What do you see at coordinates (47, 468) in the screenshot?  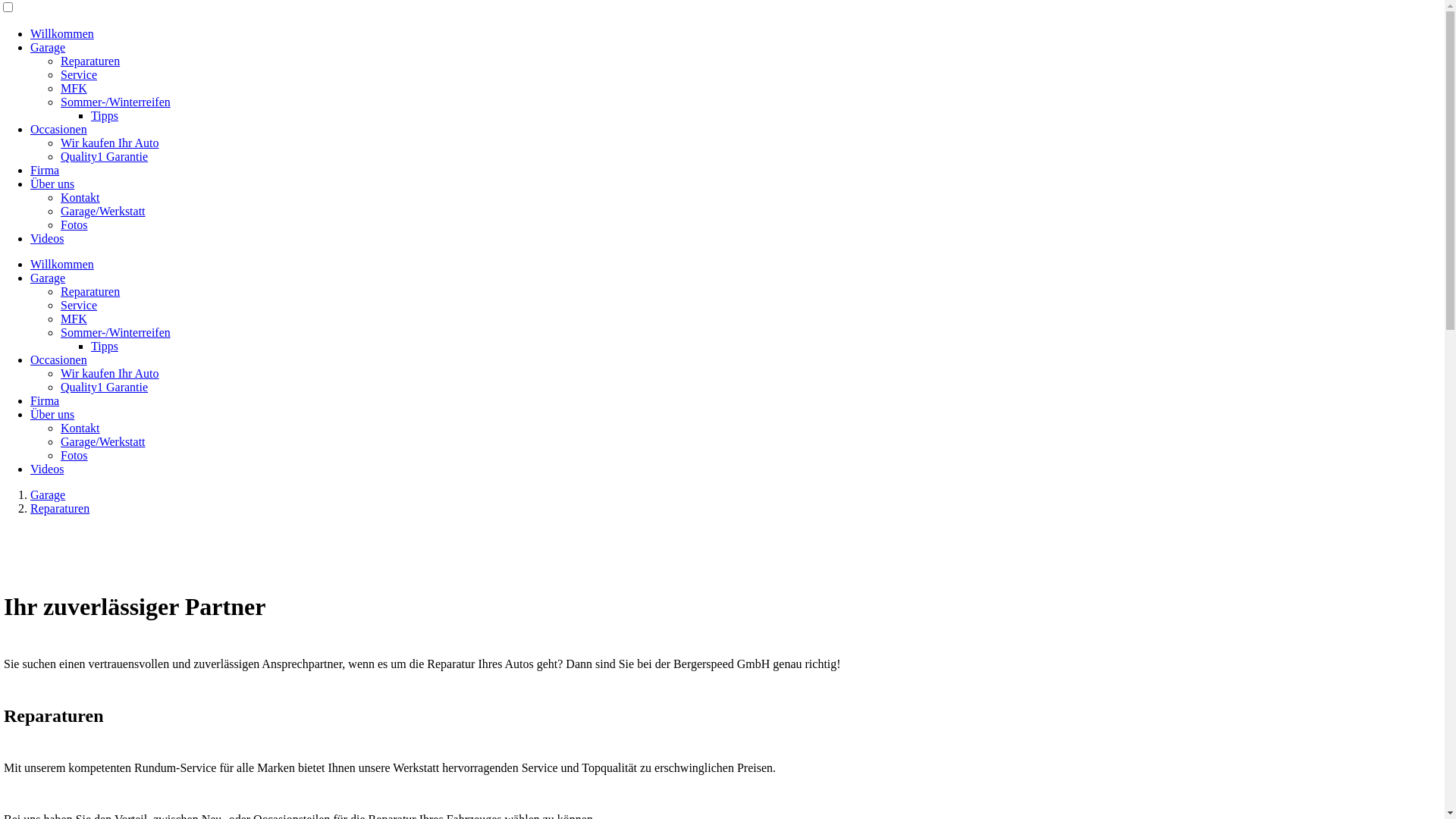 I see `'Videos'` at bounding box center [47, 468].